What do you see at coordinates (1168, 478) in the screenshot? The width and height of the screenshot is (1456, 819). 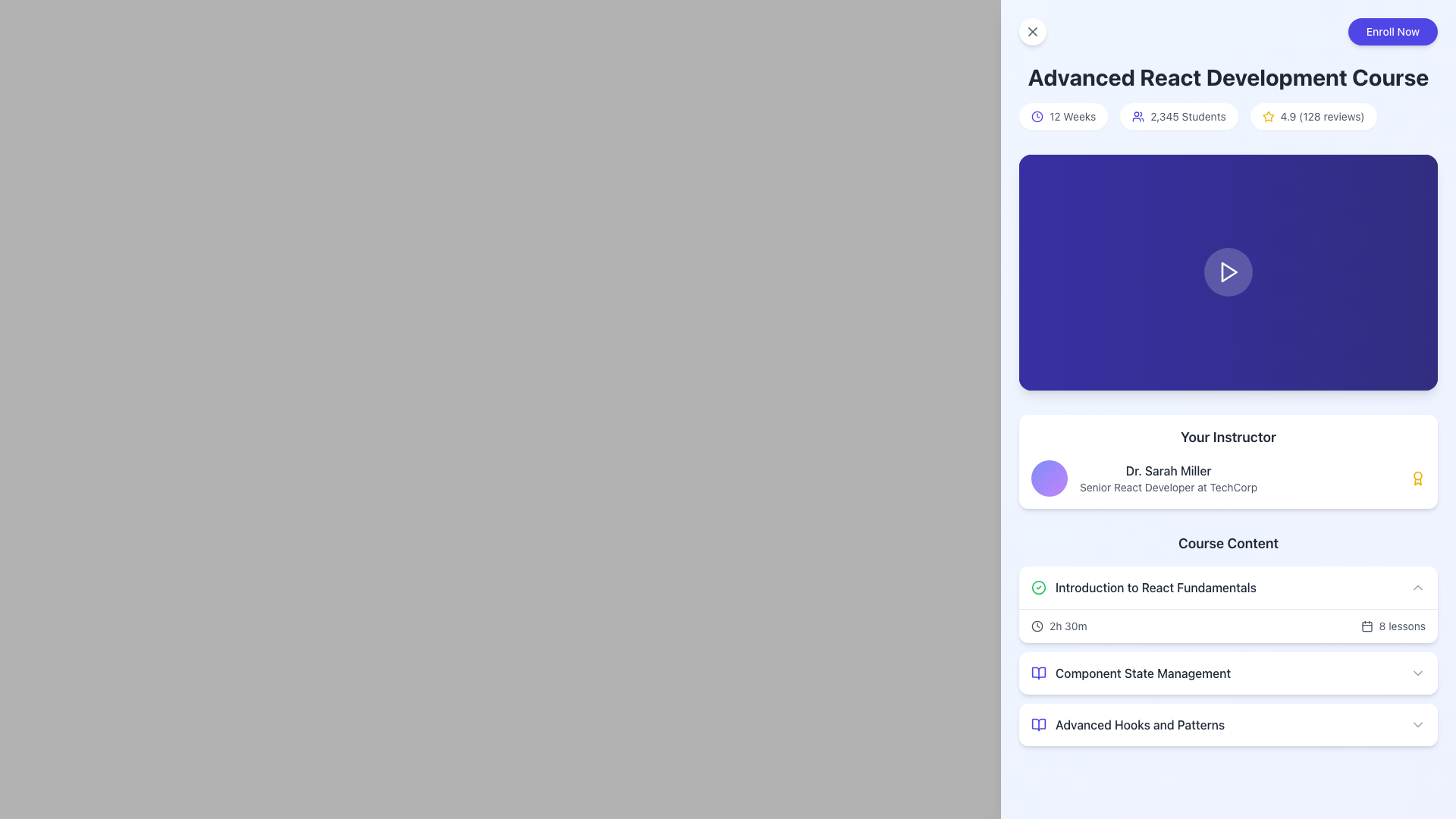 I see `the text label displaying 'Dr. Sarah Miller' and 'Senior React Developer at TechCorp' in the 'Your Instructor' section` at bounding box center [1168, 478].